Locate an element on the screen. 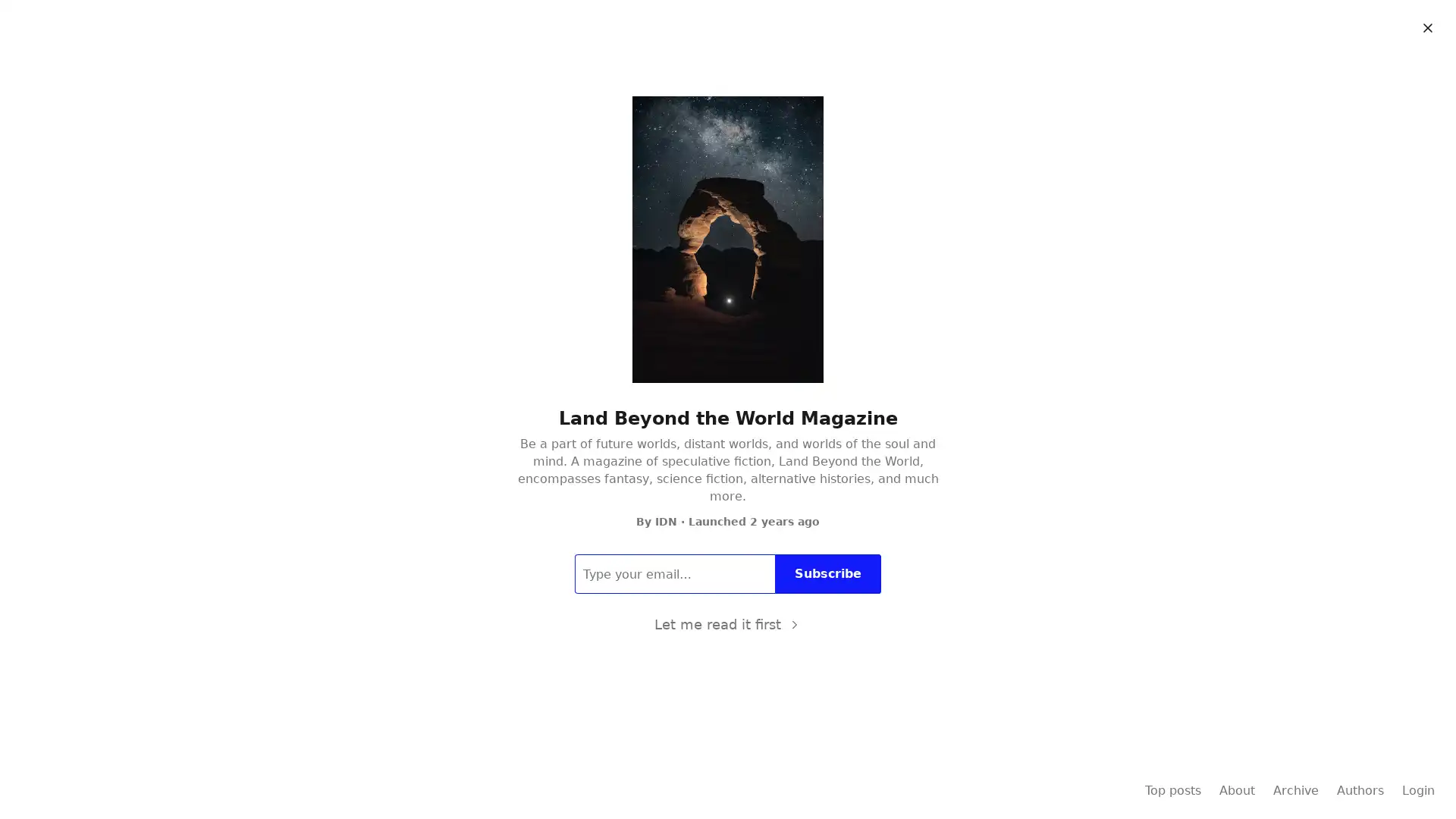 This screenshot has width=1456, height=819. 3 is located at coordinates (508, 417).